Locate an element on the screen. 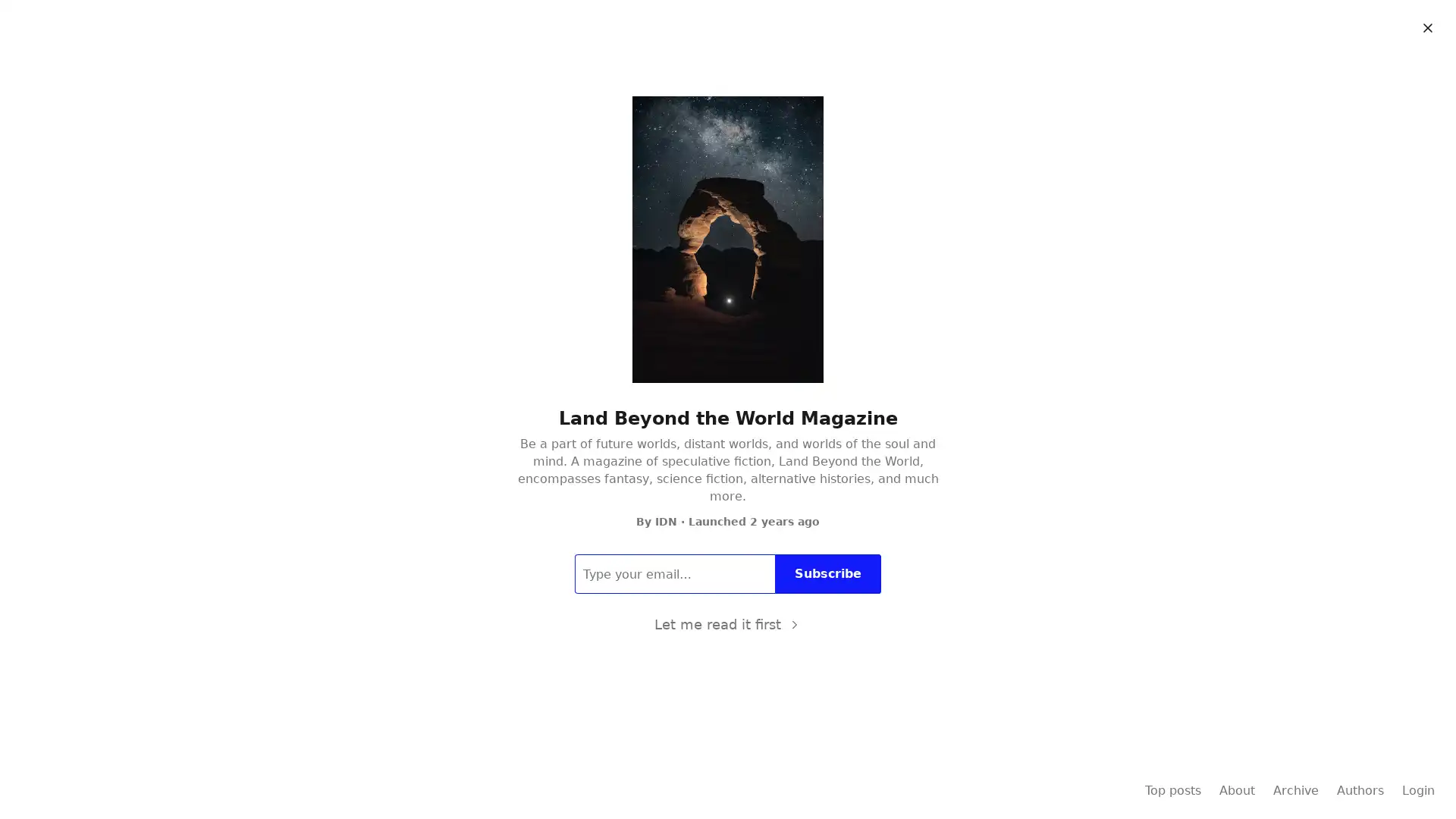 This screenshot has width=1456, height=819. 3 is located at coordinates (508, 417).